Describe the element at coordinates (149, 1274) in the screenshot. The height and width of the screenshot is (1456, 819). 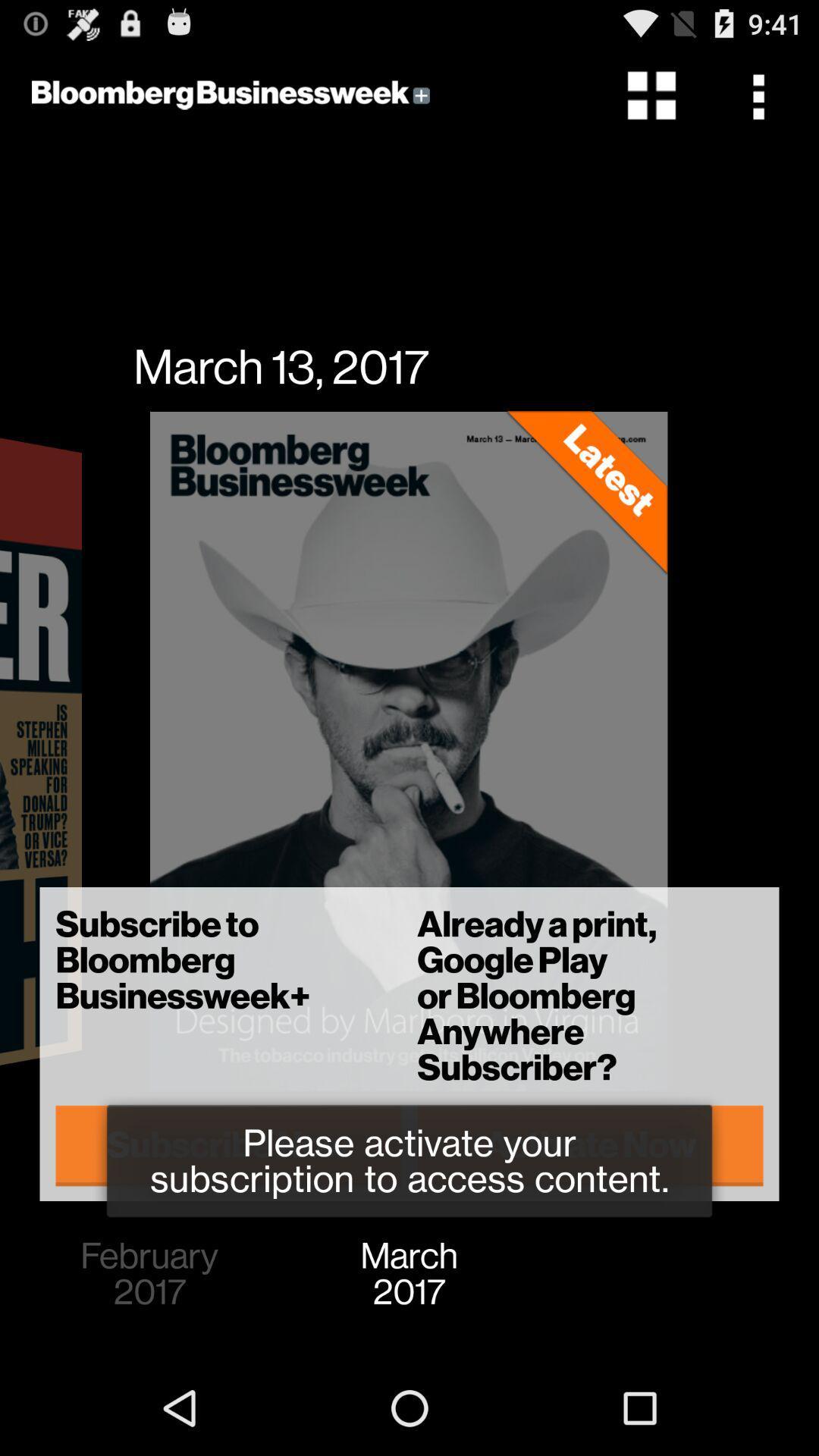
I see `the item to the left of march` at that location.